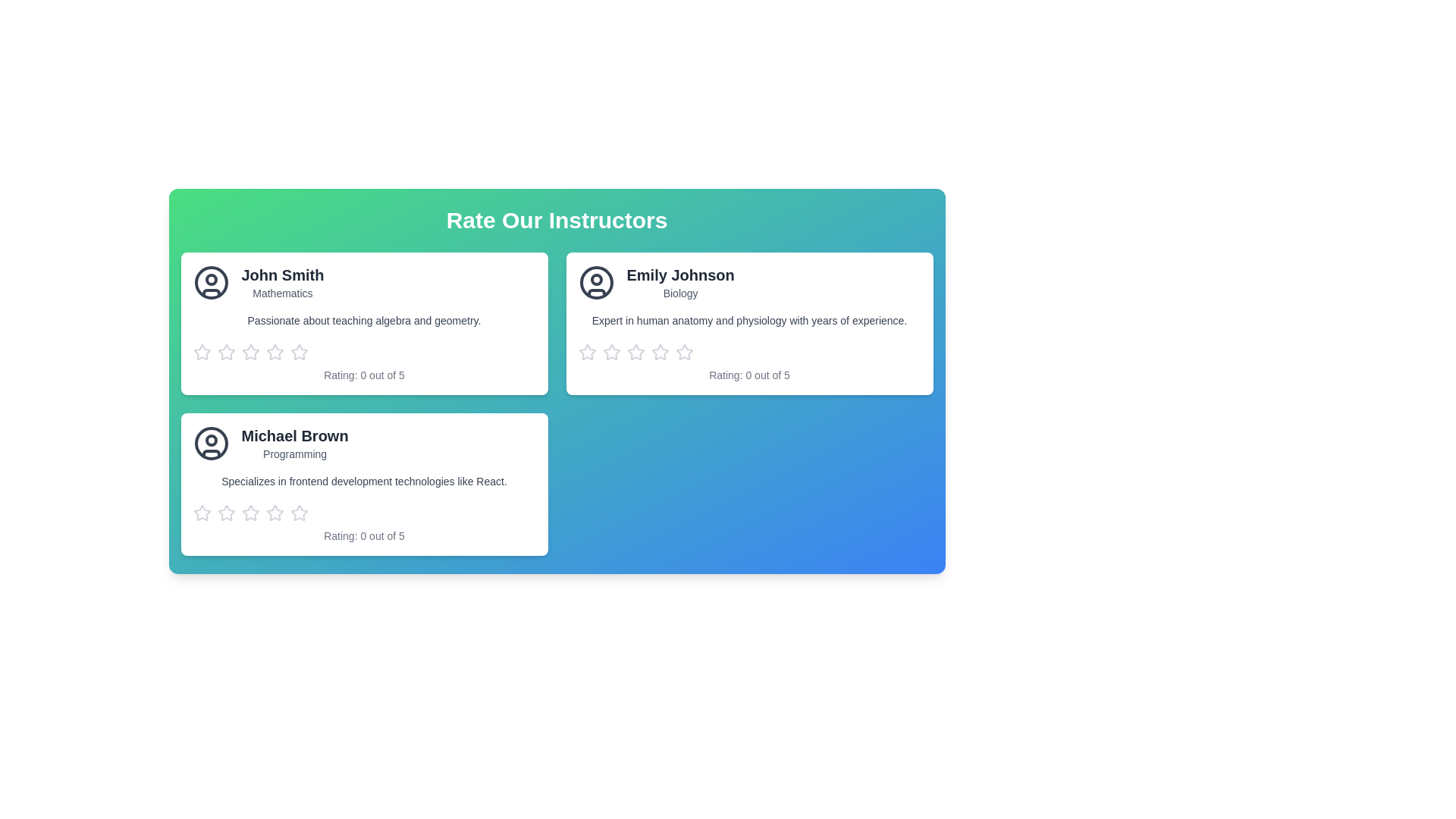  Describe the element at coordinates (611, 353) in the screenshot. I see `the third star icon from the left in the rating section of the card labeled 'Emily Johnson' to rate her with 3 stars` at that location.